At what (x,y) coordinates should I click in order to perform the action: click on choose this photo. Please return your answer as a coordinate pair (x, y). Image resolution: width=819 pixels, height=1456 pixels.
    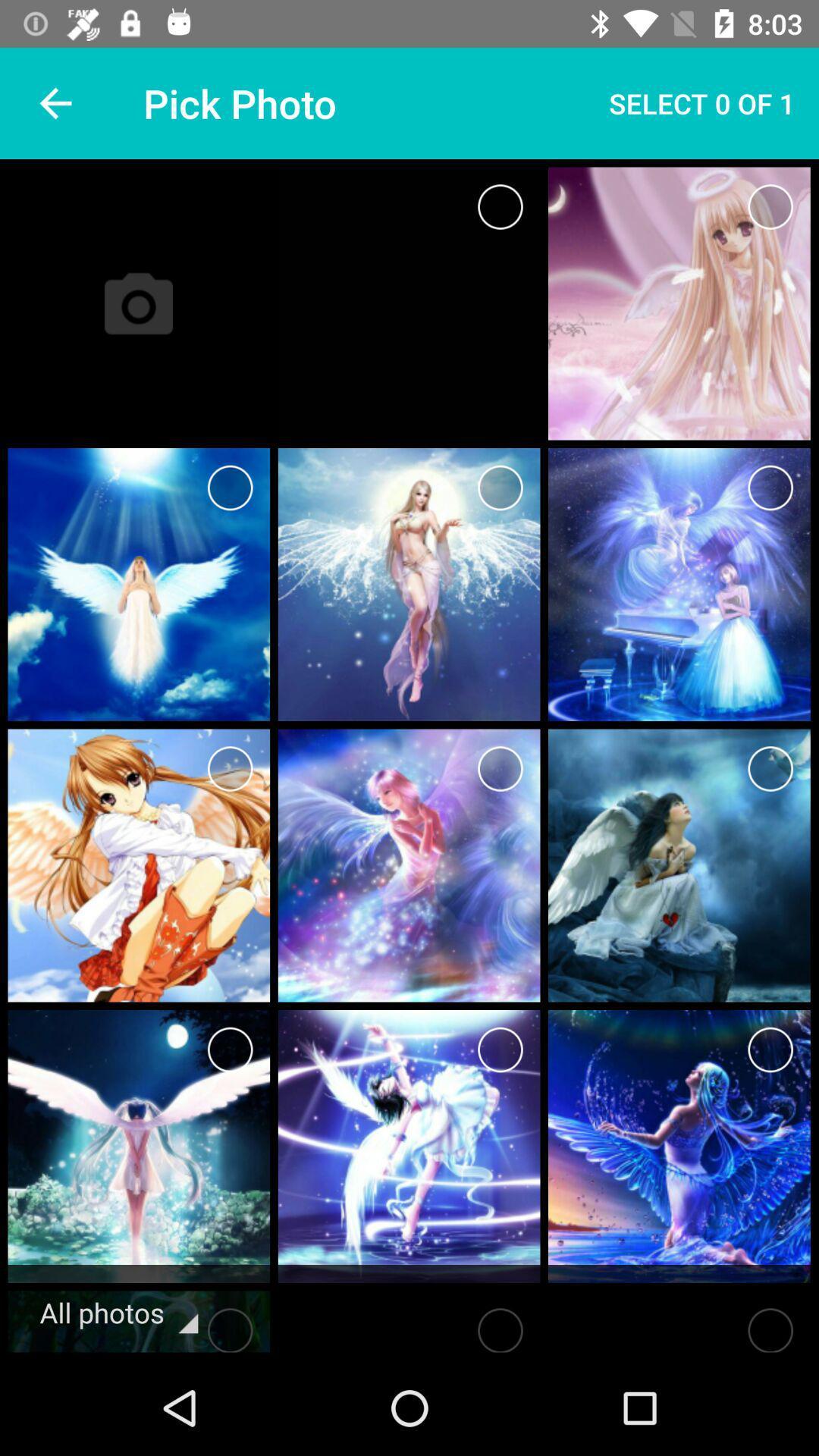
    Looking at the image, I should click on (500, 768).